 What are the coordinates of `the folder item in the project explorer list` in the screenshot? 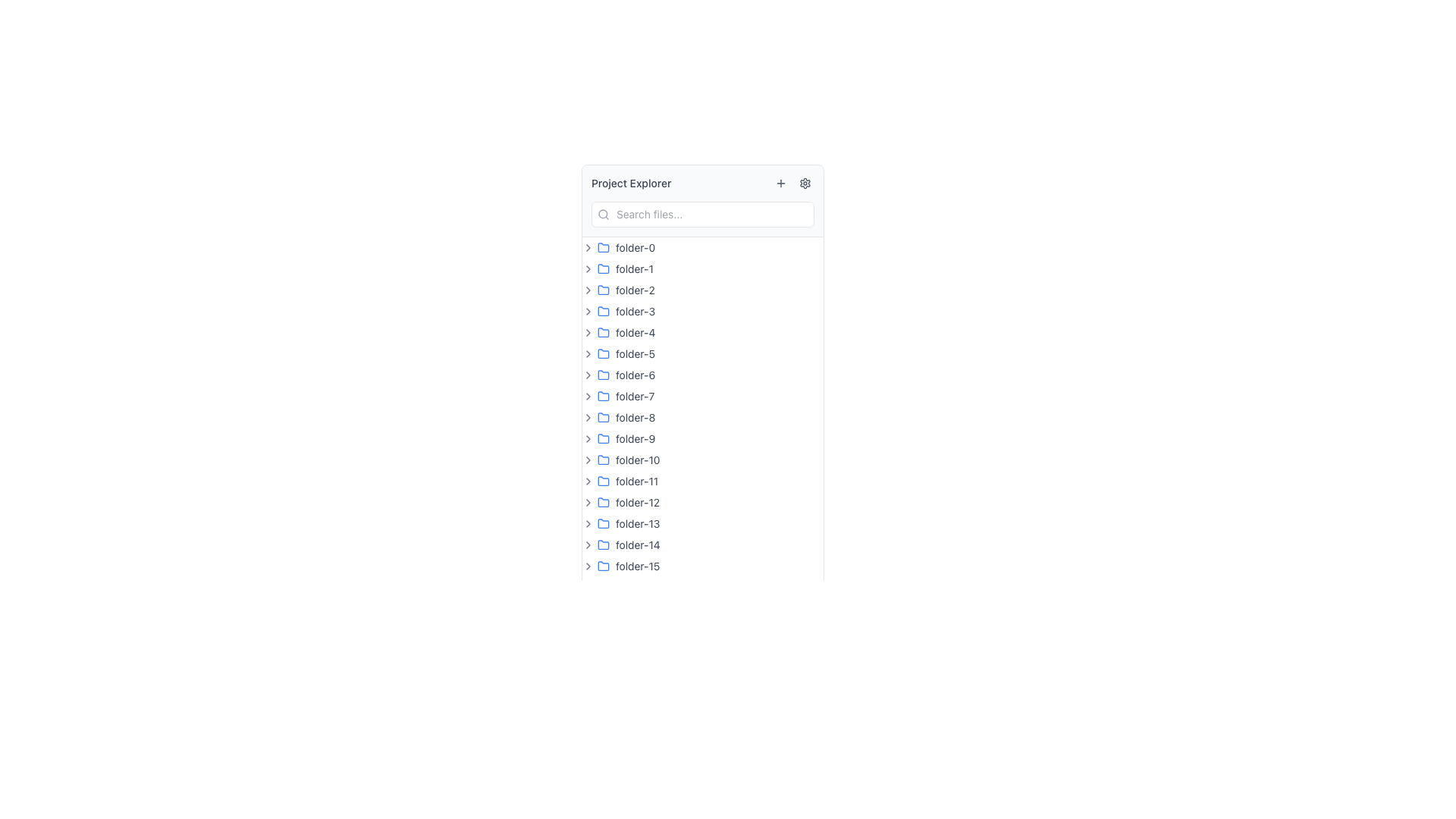 It's located at (701, 544).